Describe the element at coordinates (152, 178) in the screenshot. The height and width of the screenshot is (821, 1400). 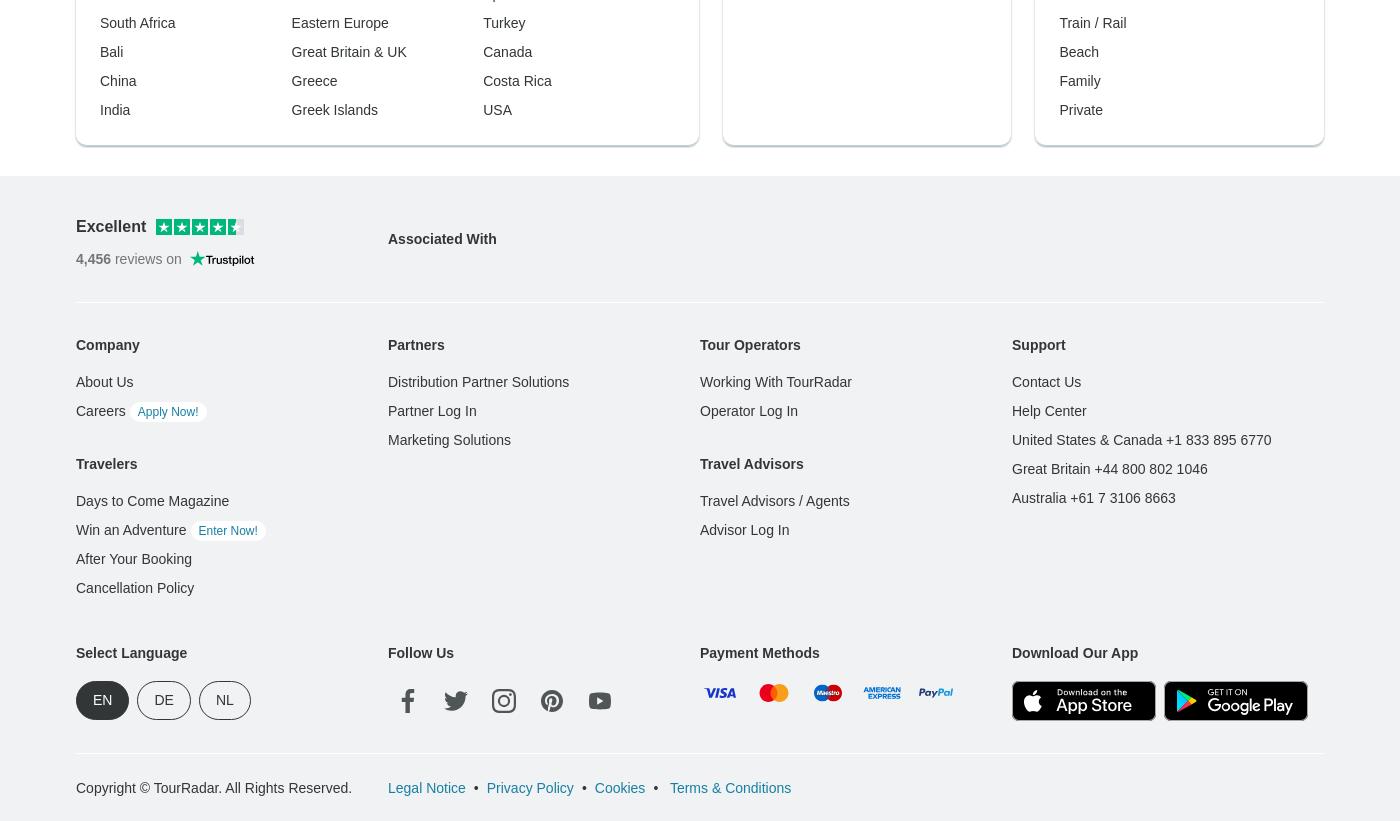
I see `'Days to Come Magazine'` at that location.